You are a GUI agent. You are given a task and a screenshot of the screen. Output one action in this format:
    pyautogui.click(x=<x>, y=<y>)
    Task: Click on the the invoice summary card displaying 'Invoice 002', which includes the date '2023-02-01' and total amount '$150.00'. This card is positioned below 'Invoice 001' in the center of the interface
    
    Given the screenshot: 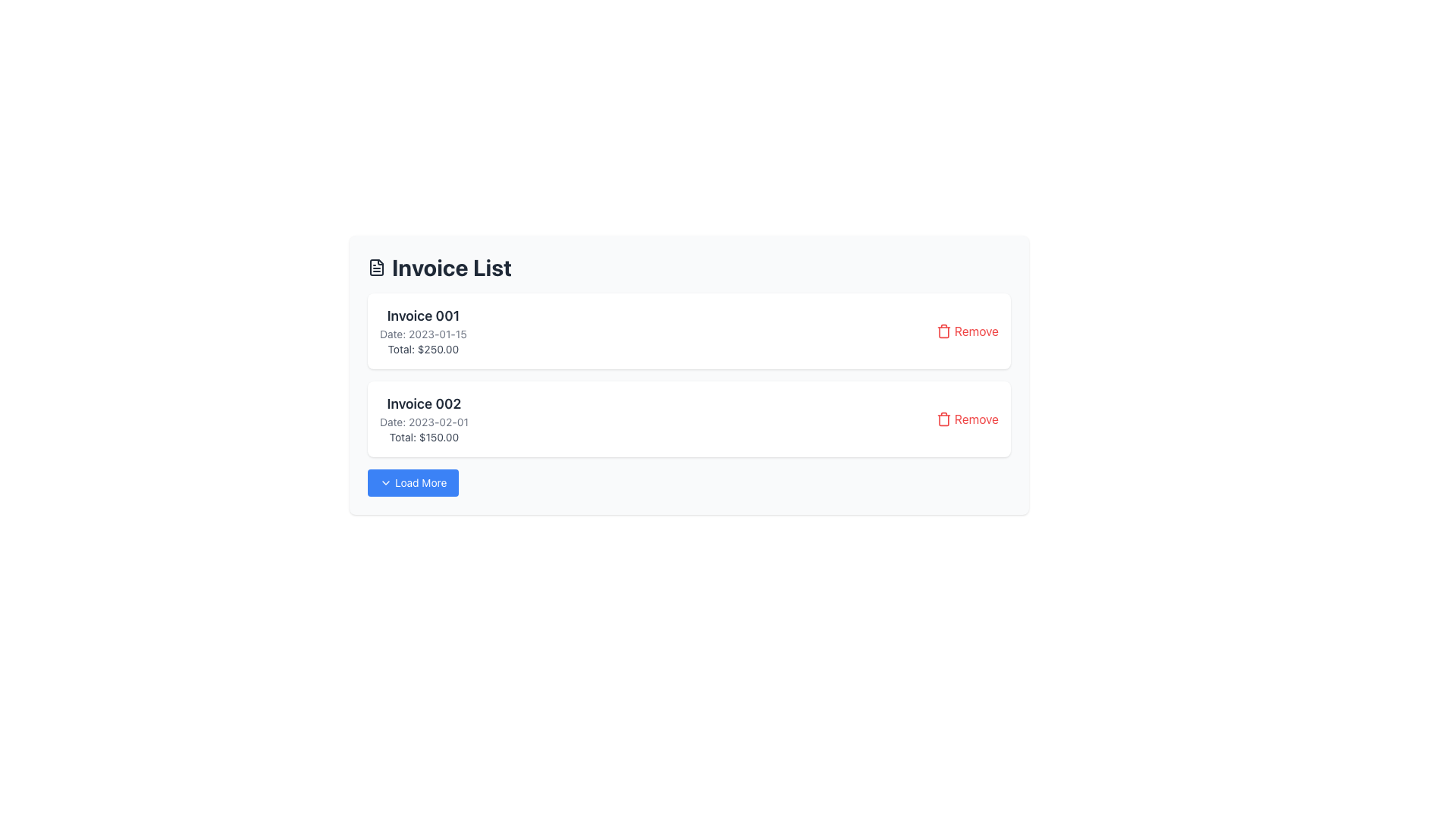 What is the action you would take?
    pyautogui.click(x=424, y=419)
    